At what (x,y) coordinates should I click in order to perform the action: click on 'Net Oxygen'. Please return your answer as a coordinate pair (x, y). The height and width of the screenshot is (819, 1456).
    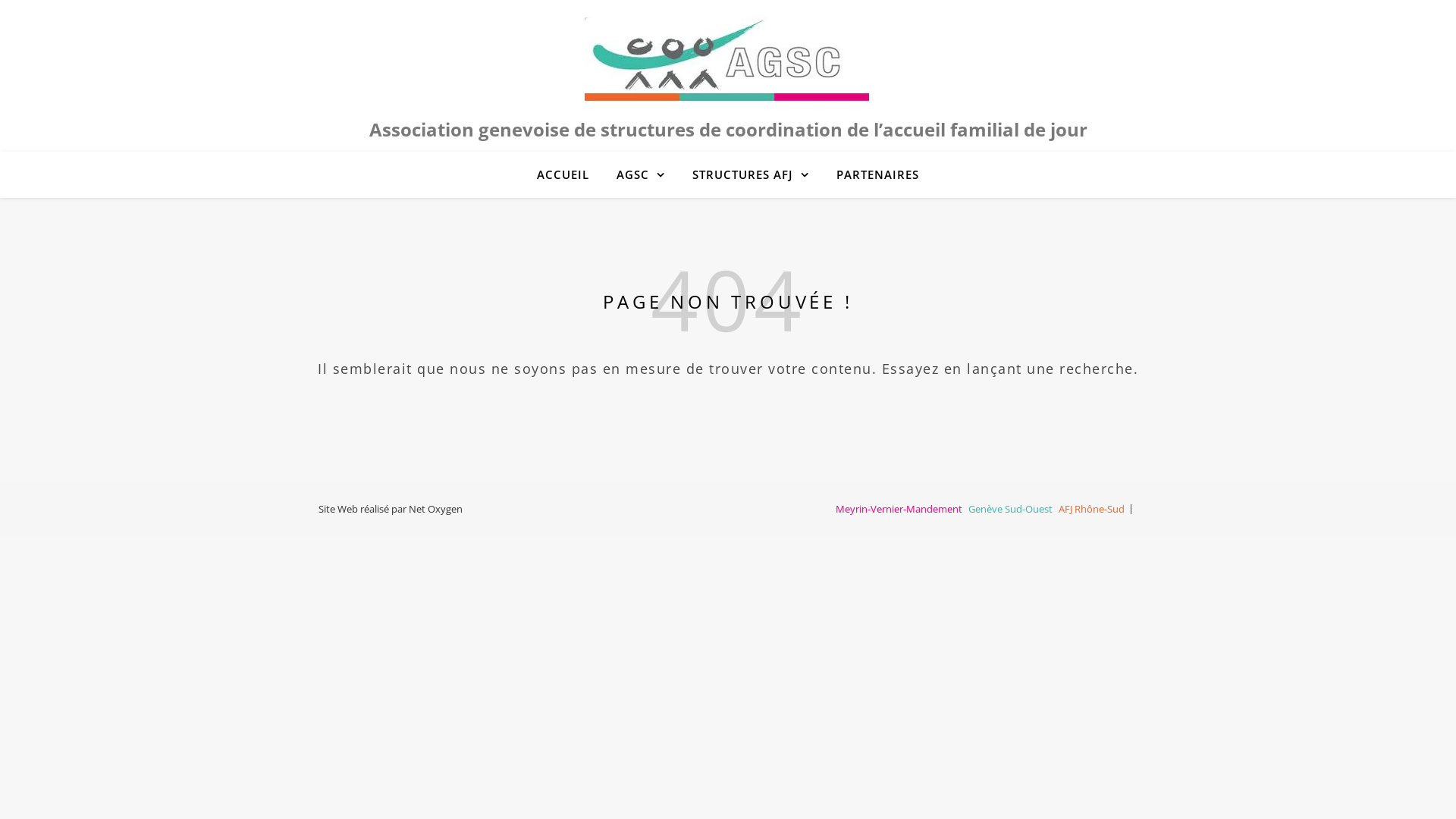
    Looking at the image, I should click on (435, 509).